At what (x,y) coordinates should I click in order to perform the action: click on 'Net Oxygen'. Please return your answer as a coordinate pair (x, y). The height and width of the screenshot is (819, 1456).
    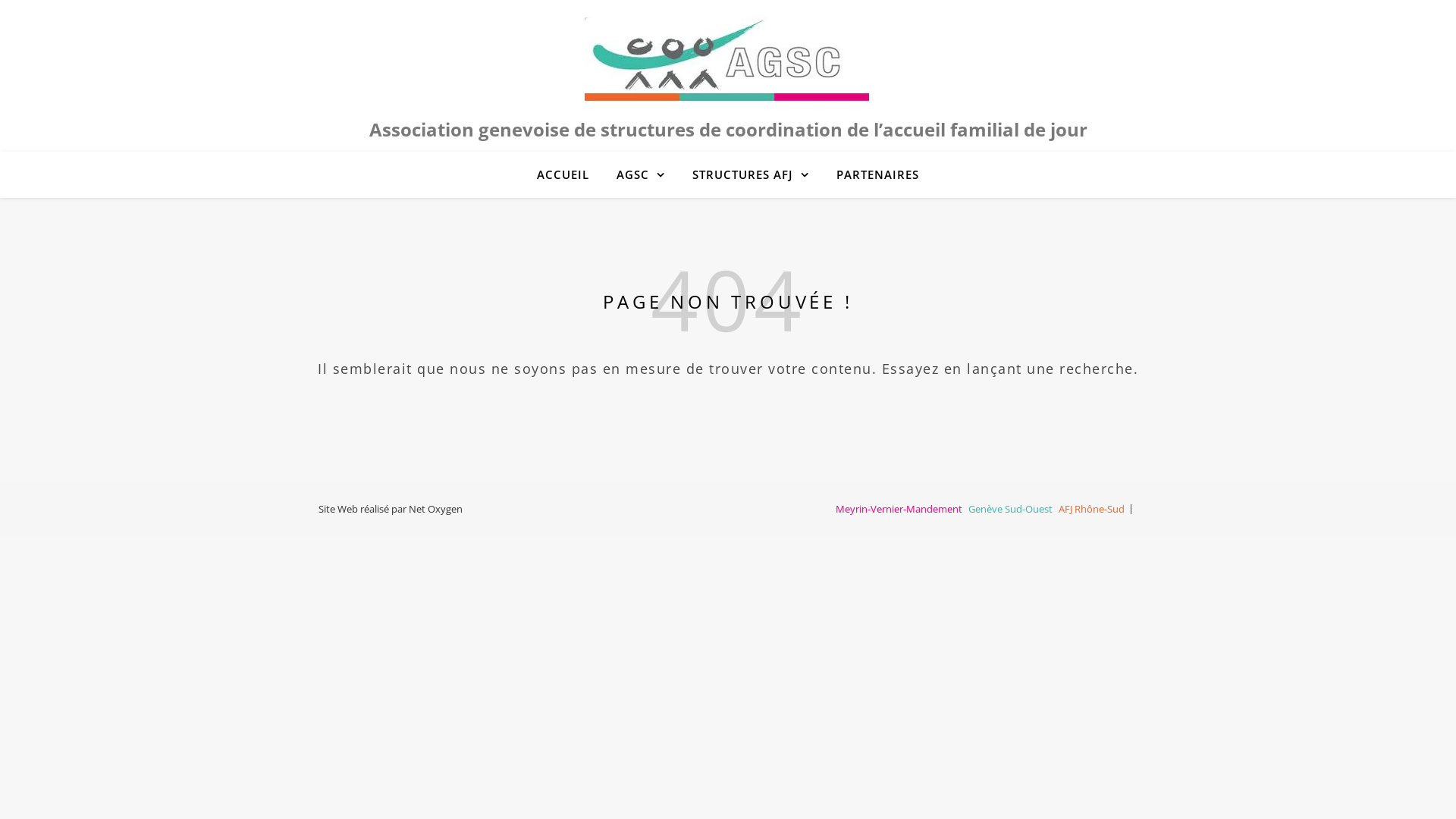
    Looking at the image, I should click on (435, 509).